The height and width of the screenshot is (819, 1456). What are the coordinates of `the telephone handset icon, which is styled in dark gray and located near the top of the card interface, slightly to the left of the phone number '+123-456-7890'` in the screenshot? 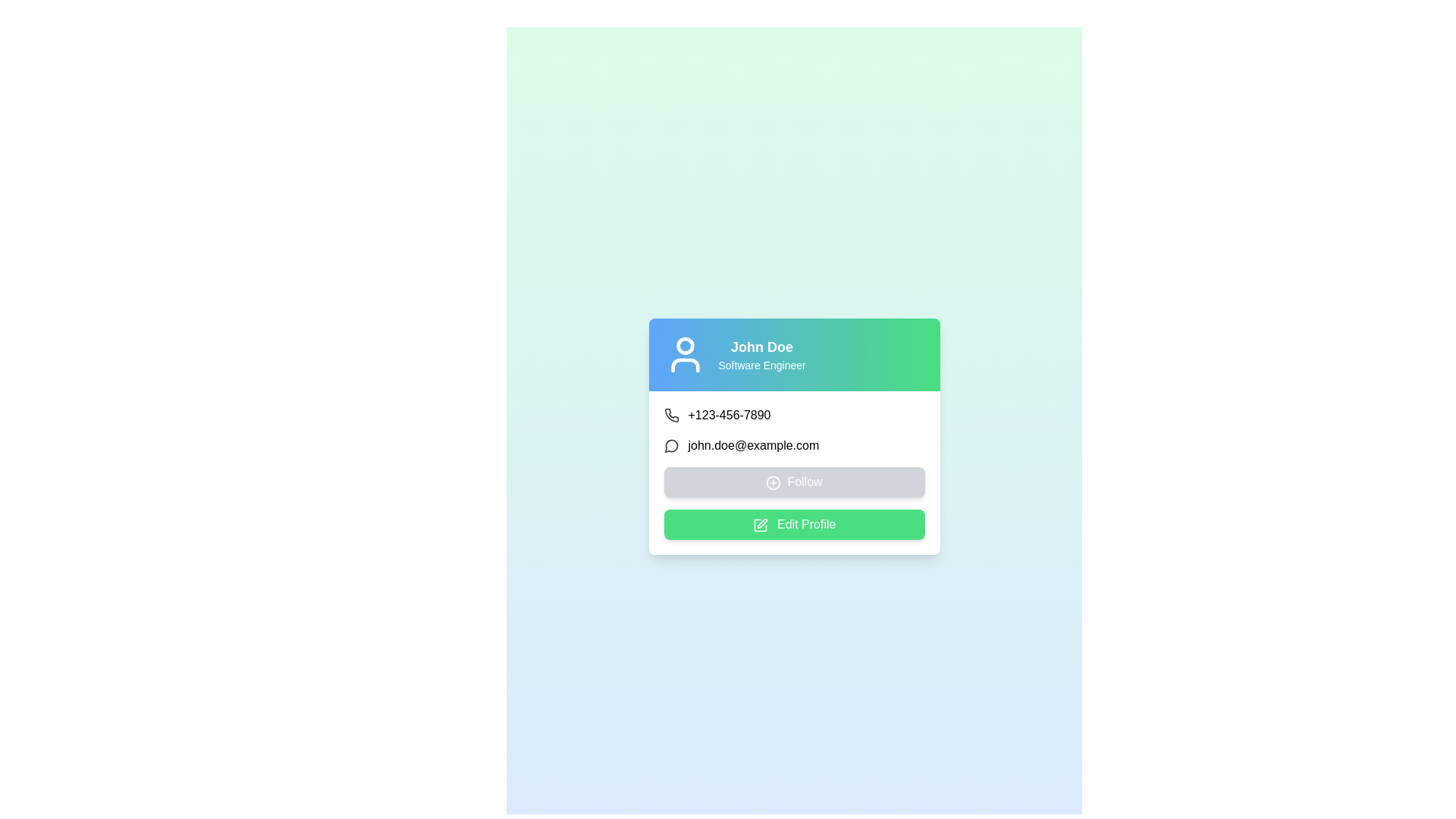 It's located at (670, 415).